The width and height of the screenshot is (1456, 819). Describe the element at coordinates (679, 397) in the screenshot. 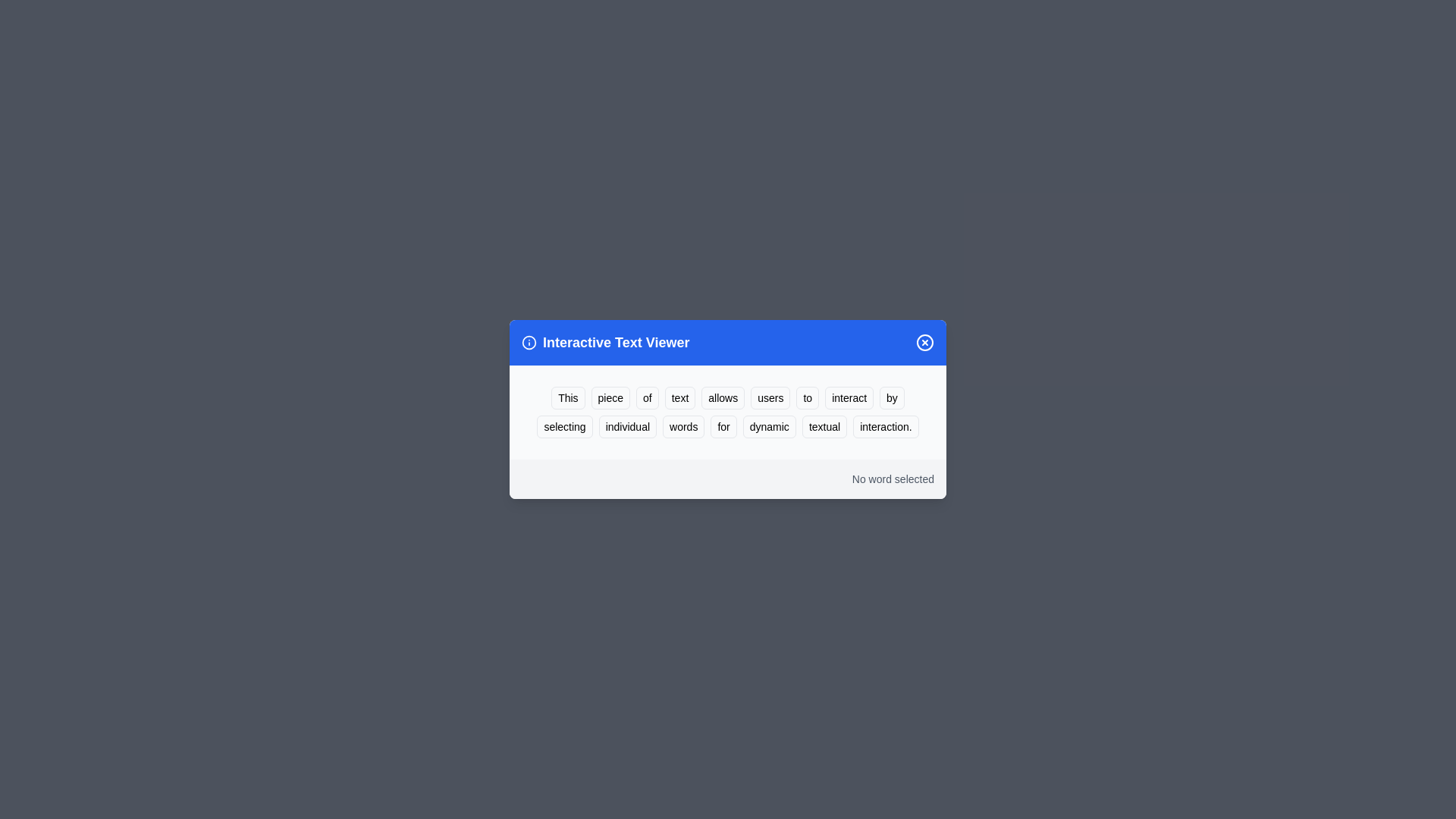

I see `the word 'text' to highlight it` at that location.